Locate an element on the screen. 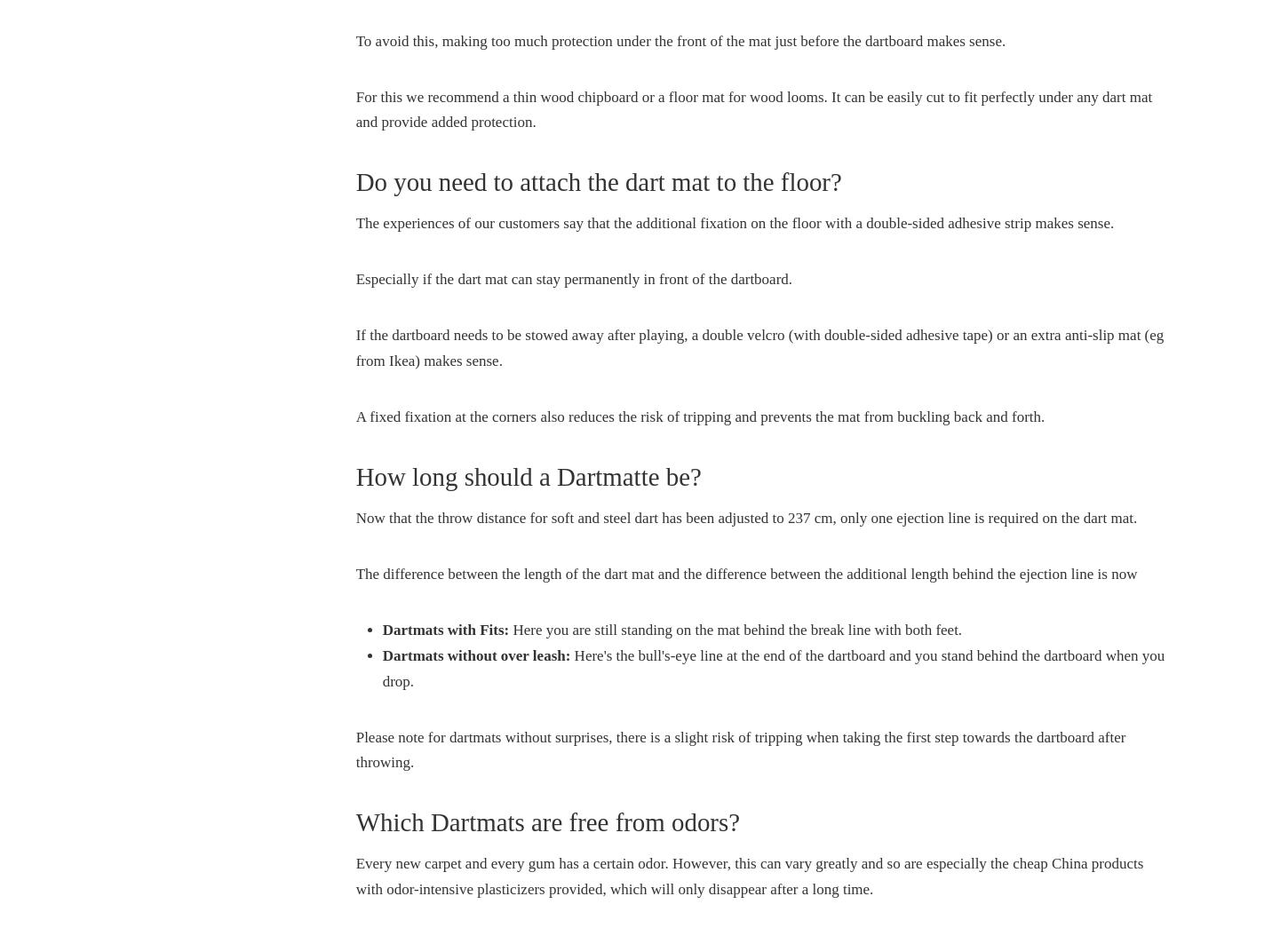  'Please note for dartmats without surprises, there is a slight risk of tripping when taking the first step towards the dartboard after throwing.' is located at coordinates (740, 749).